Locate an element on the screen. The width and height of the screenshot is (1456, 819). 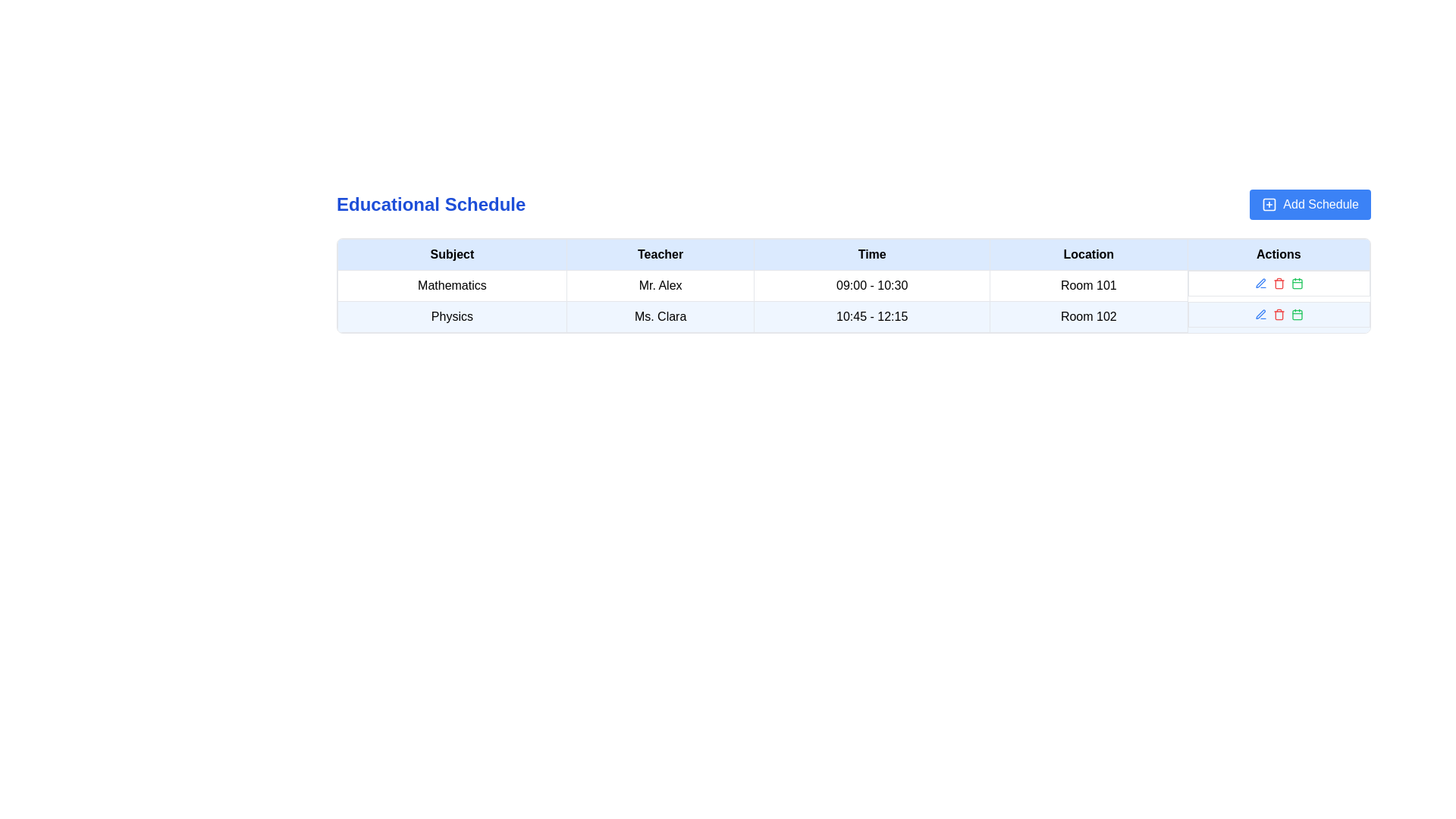
the Text Label displaying 'Mr. Alex' in the 'Teacher' column of the first row in the table format is located at coordinates (661, 286).